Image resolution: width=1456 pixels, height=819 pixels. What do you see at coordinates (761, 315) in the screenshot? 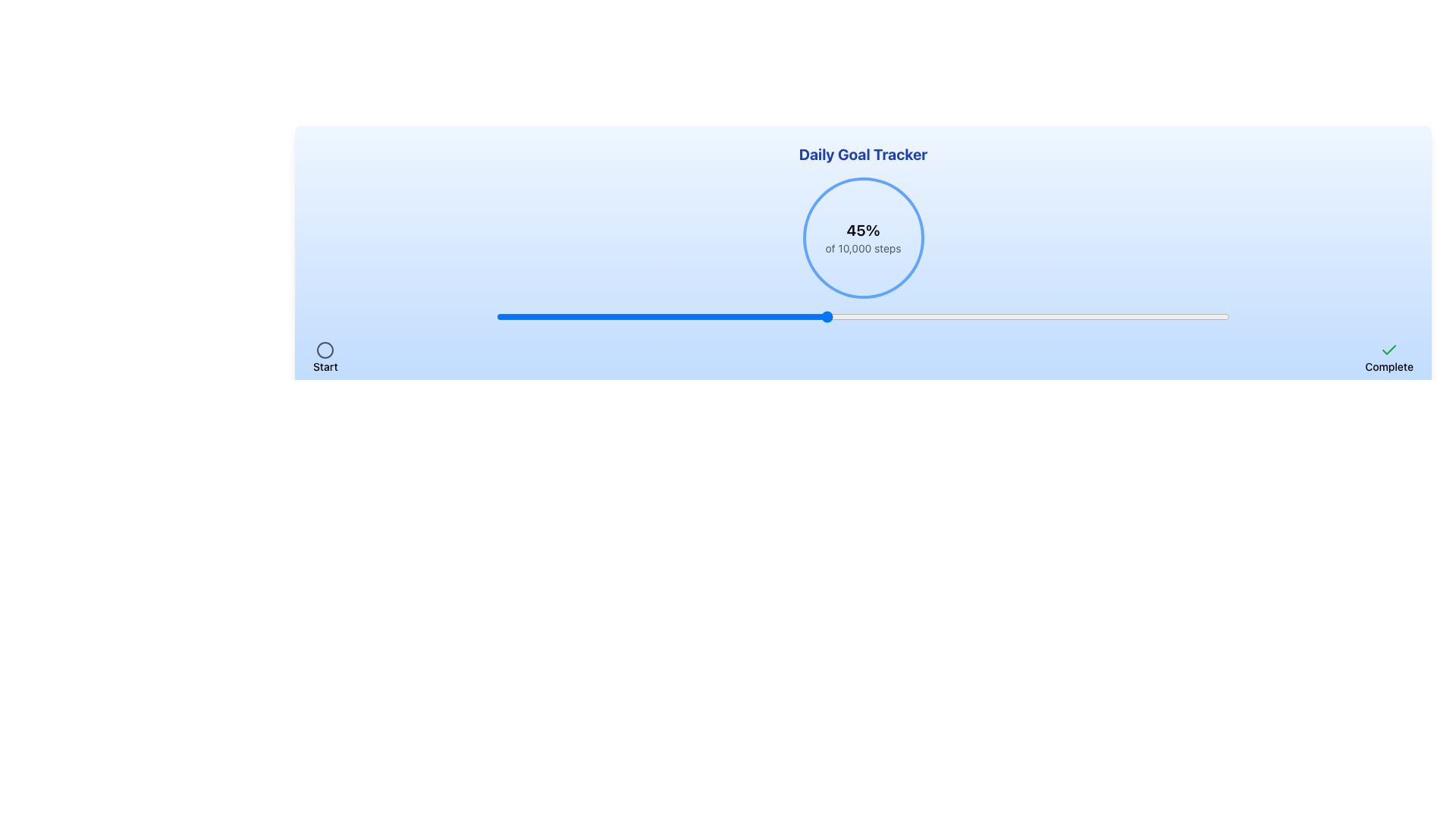
I see `the slider value` at bounding box center [761, 315].